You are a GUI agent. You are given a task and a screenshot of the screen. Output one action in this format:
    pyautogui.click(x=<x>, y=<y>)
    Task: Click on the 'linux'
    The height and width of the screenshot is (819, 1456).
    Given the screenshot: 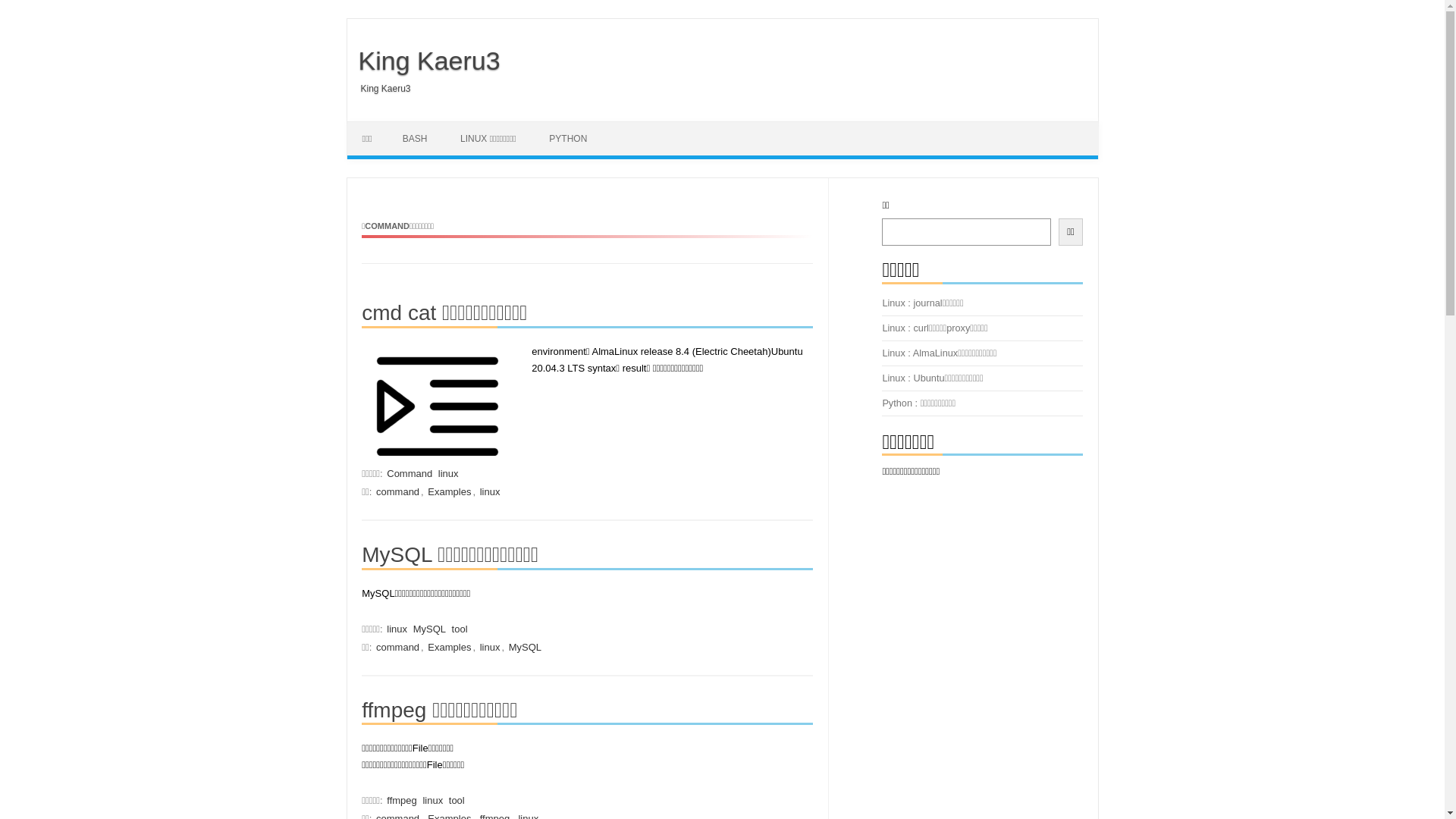 What is the action you would take?
    pyautogui.click(x=447, y=472)
    